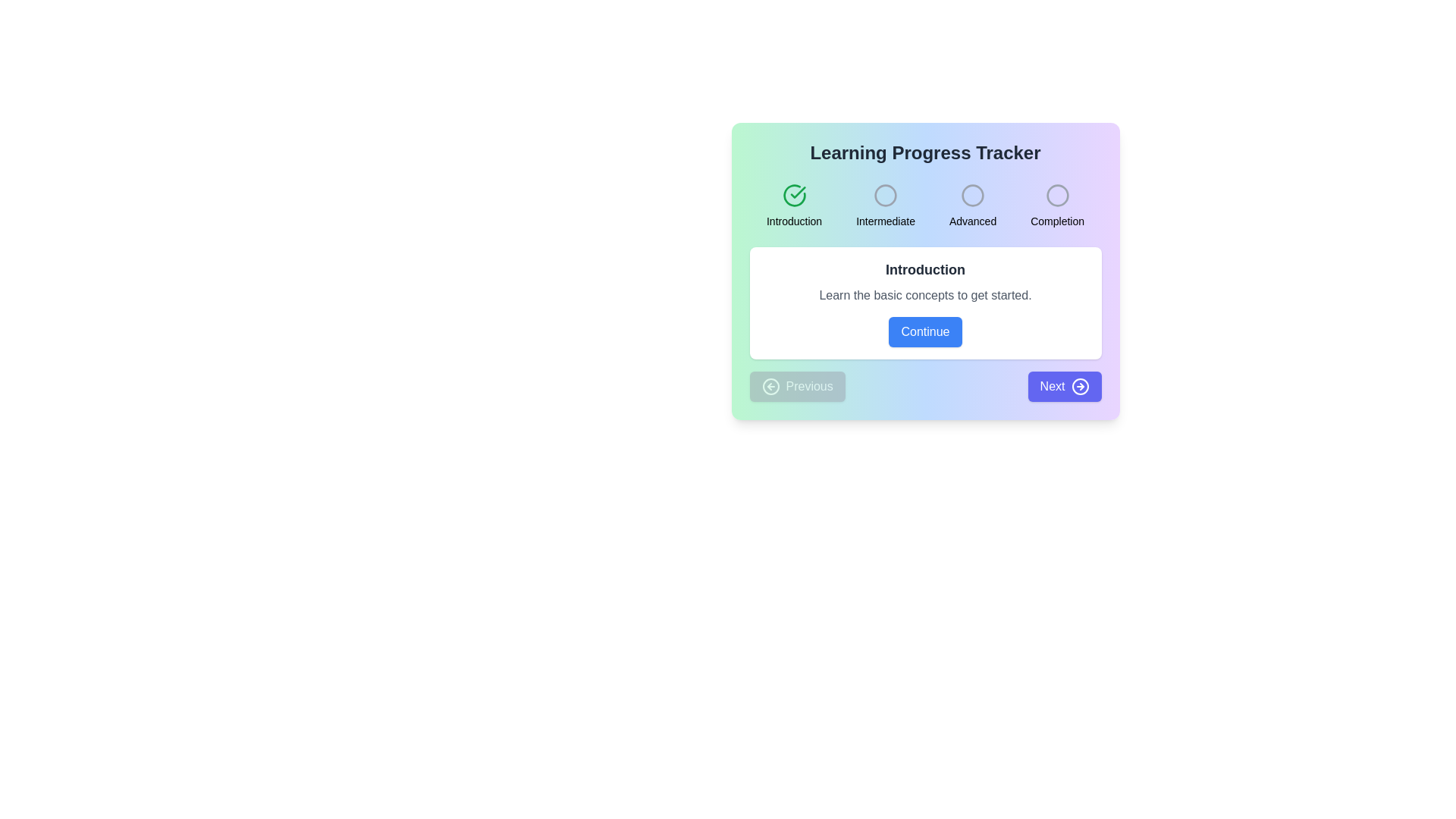 The image size is (1456, 819). What do you see at coordinates (1056, 195) in the screenshot?
I see `the state of the circle representing the 'Completion' stage in the learning progress tracker, which is part of the circular progress indicators` at bounding box center [1056, 195].